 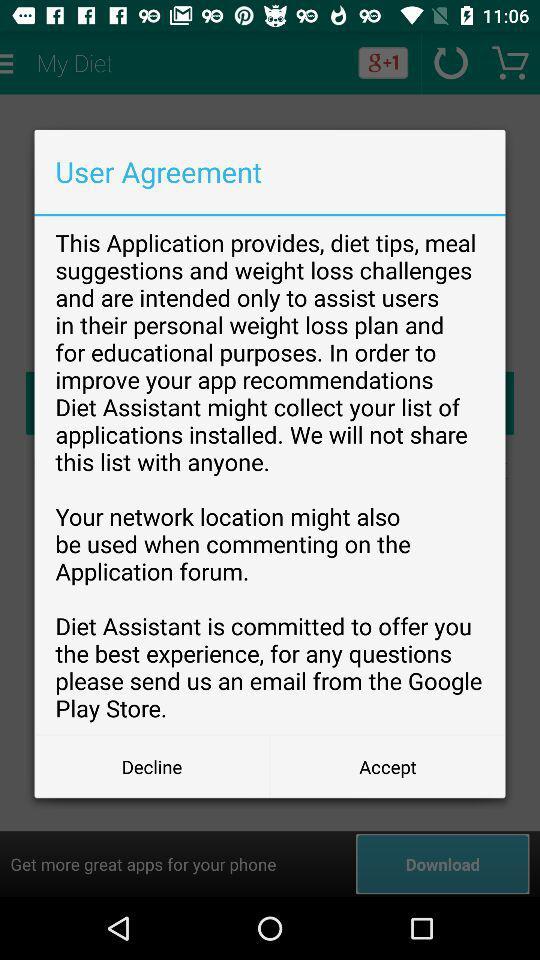 What do you see at coordinates (151, 765) in the screenshot?
I see `button at the bottom left corner` at bounding box center [151, 765].